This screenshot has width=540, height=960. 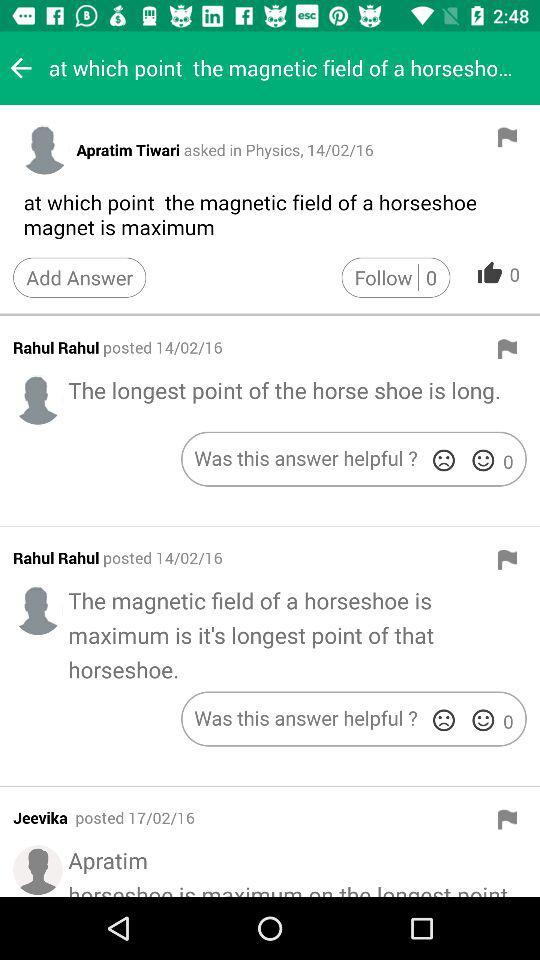 What do you see at coordinates (38, 398) in the screenshot?
I see `profile photo` at bounding box center [38, 398].